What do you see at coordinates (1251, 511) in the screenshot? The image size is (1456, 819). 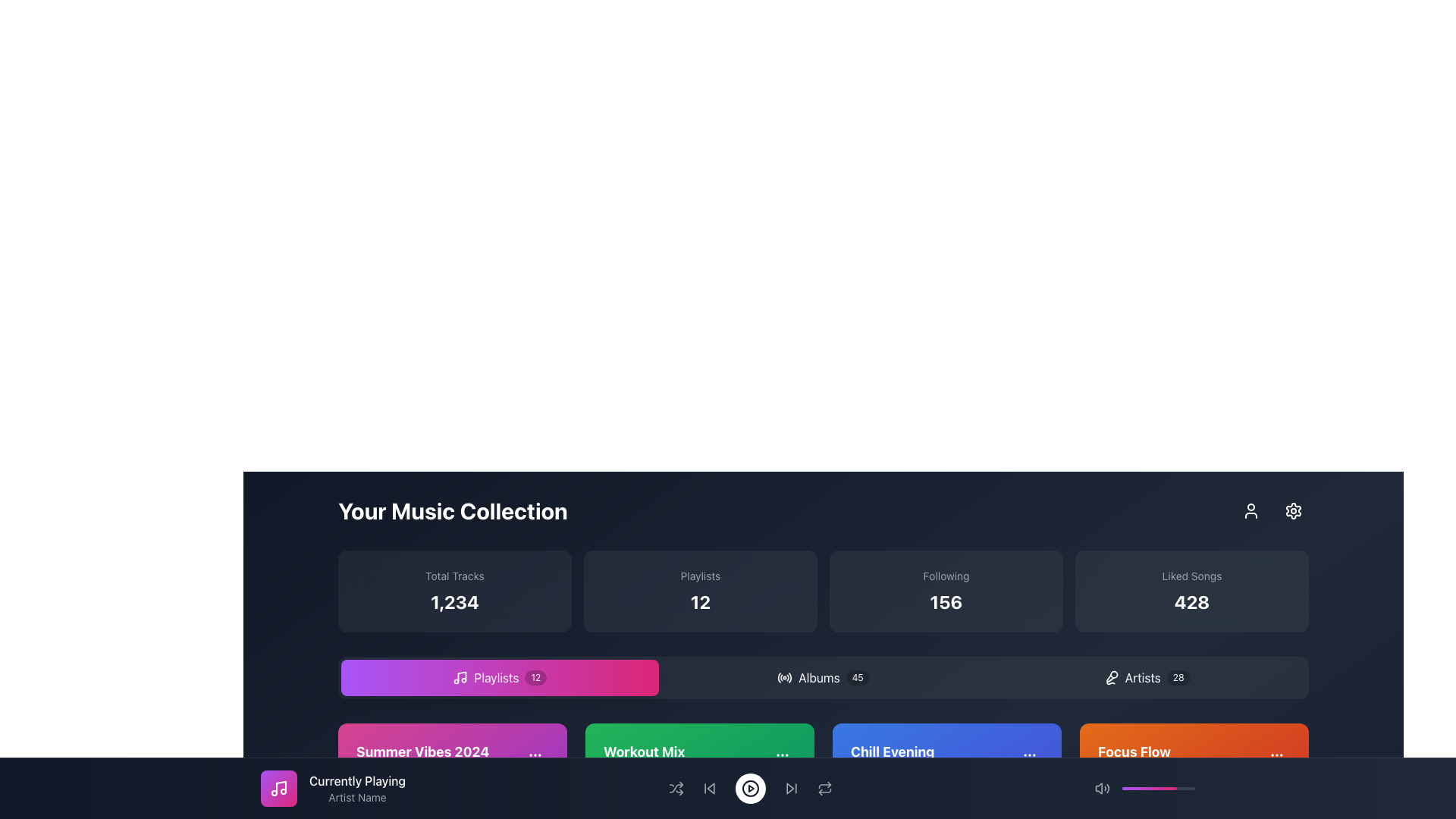 I see `the user icon, which is an outline of a person in white on a dark background, located in the upper-right corner of the interface` at bounding box center [1251, 511].